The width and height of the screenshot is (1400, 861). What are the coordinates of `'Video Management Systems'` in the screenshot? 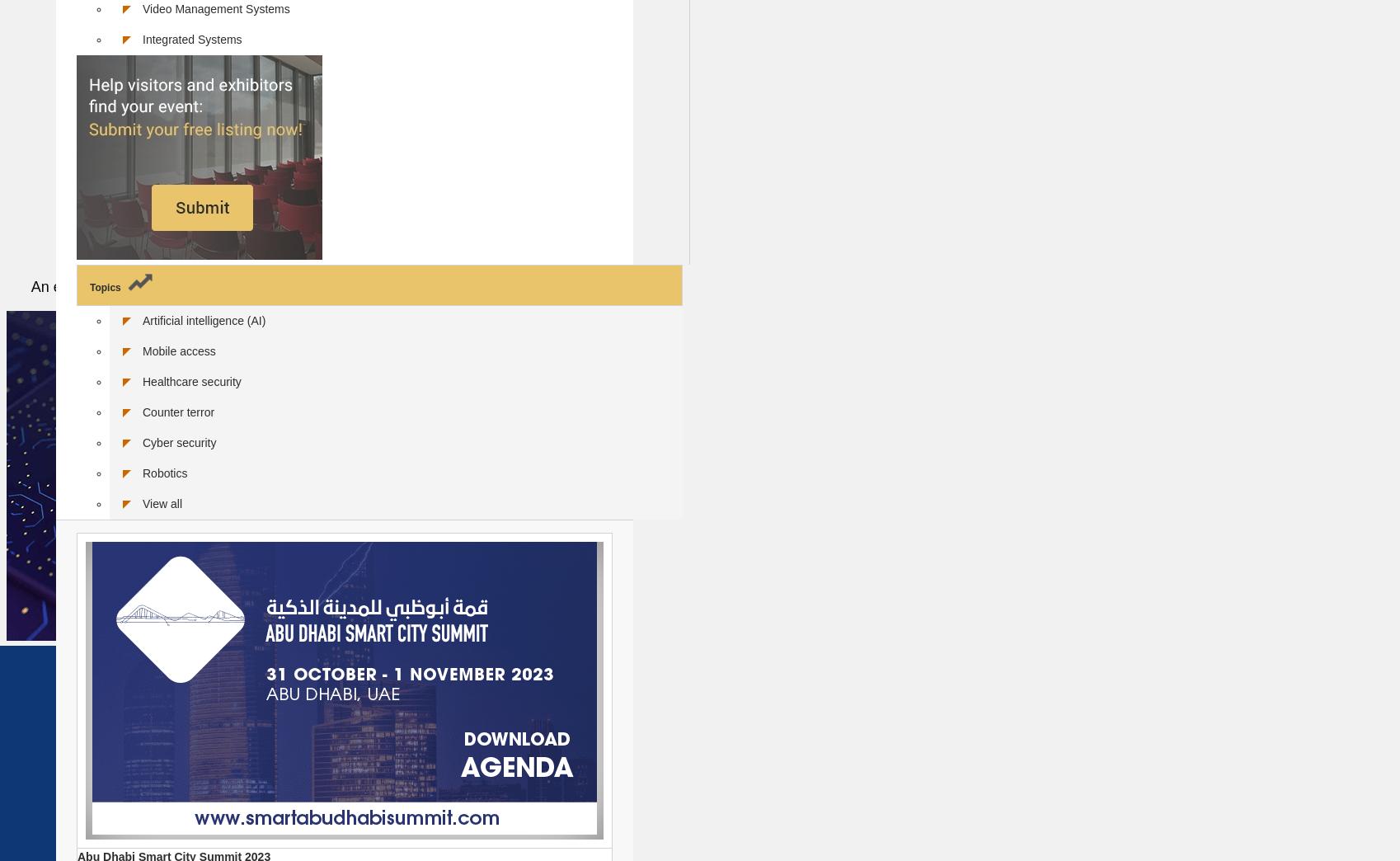 It's located at (215, 7).